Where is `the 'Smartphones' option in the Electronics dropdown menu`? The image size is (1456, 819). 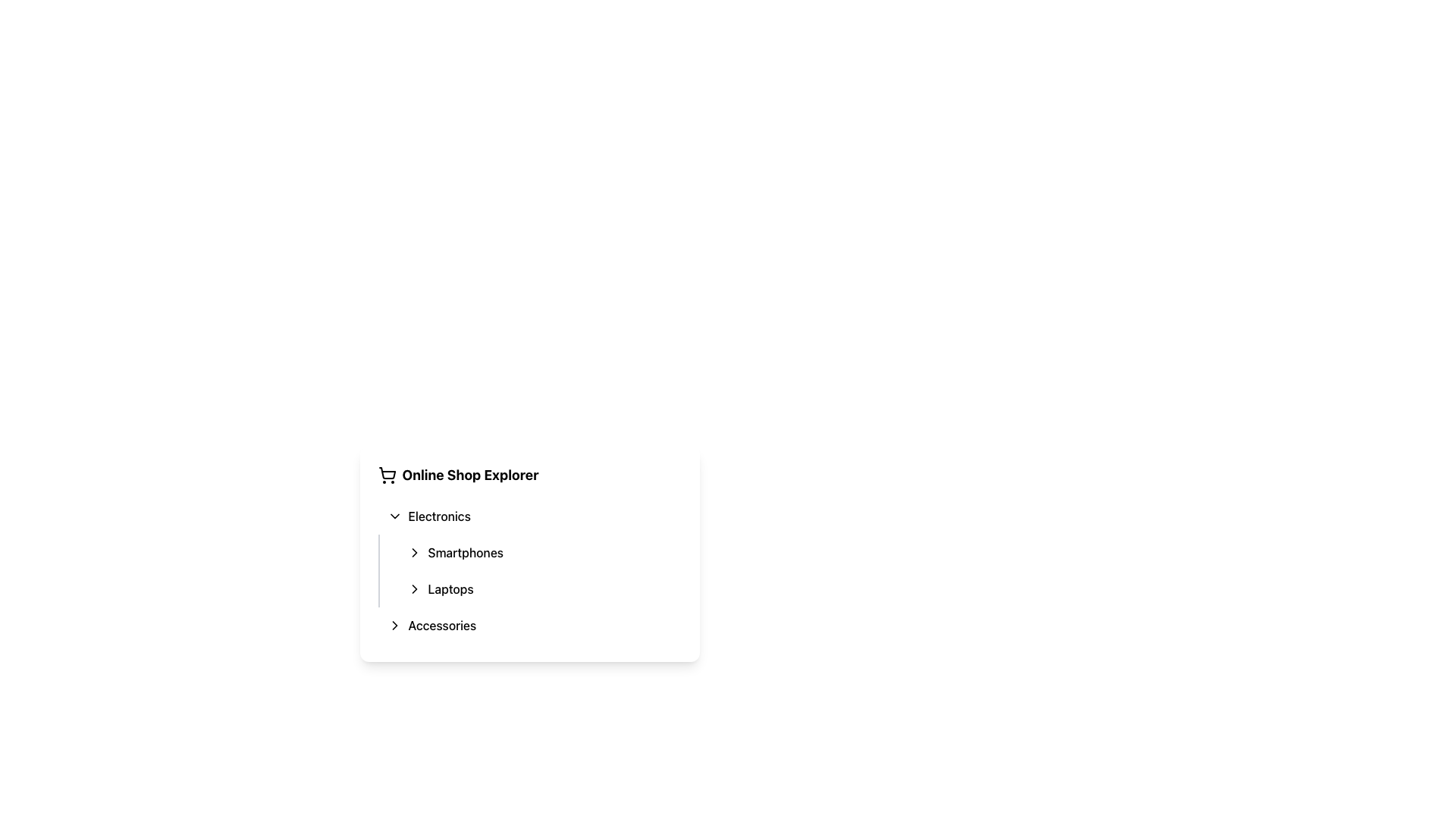
the 'Smartphones' option in the Electronics dropdown menu is located at coordinates (529, 553).